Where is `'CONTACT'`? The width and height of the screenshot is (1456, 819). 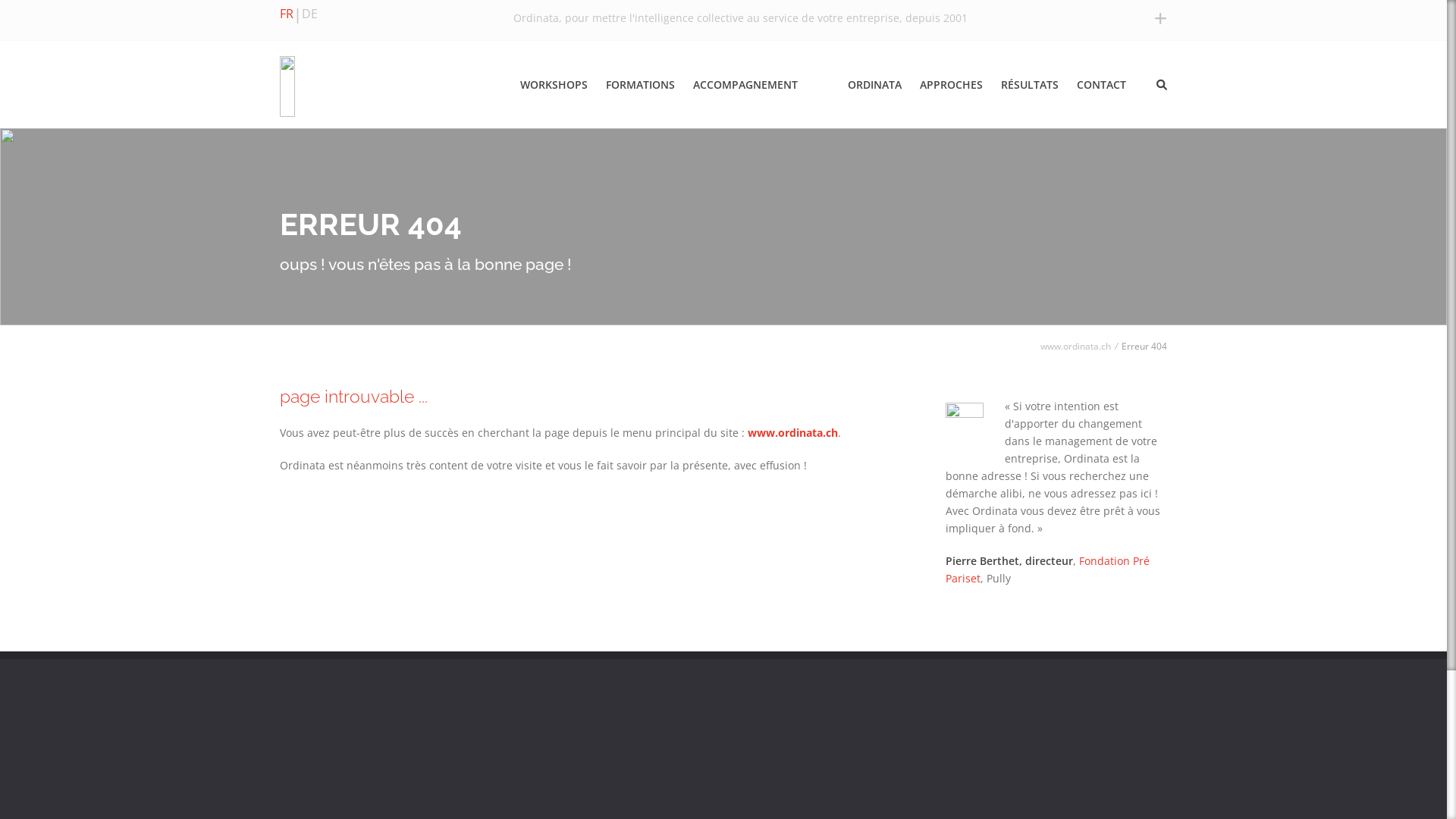 'CONTACT' is located at coordinates (1104, 84).